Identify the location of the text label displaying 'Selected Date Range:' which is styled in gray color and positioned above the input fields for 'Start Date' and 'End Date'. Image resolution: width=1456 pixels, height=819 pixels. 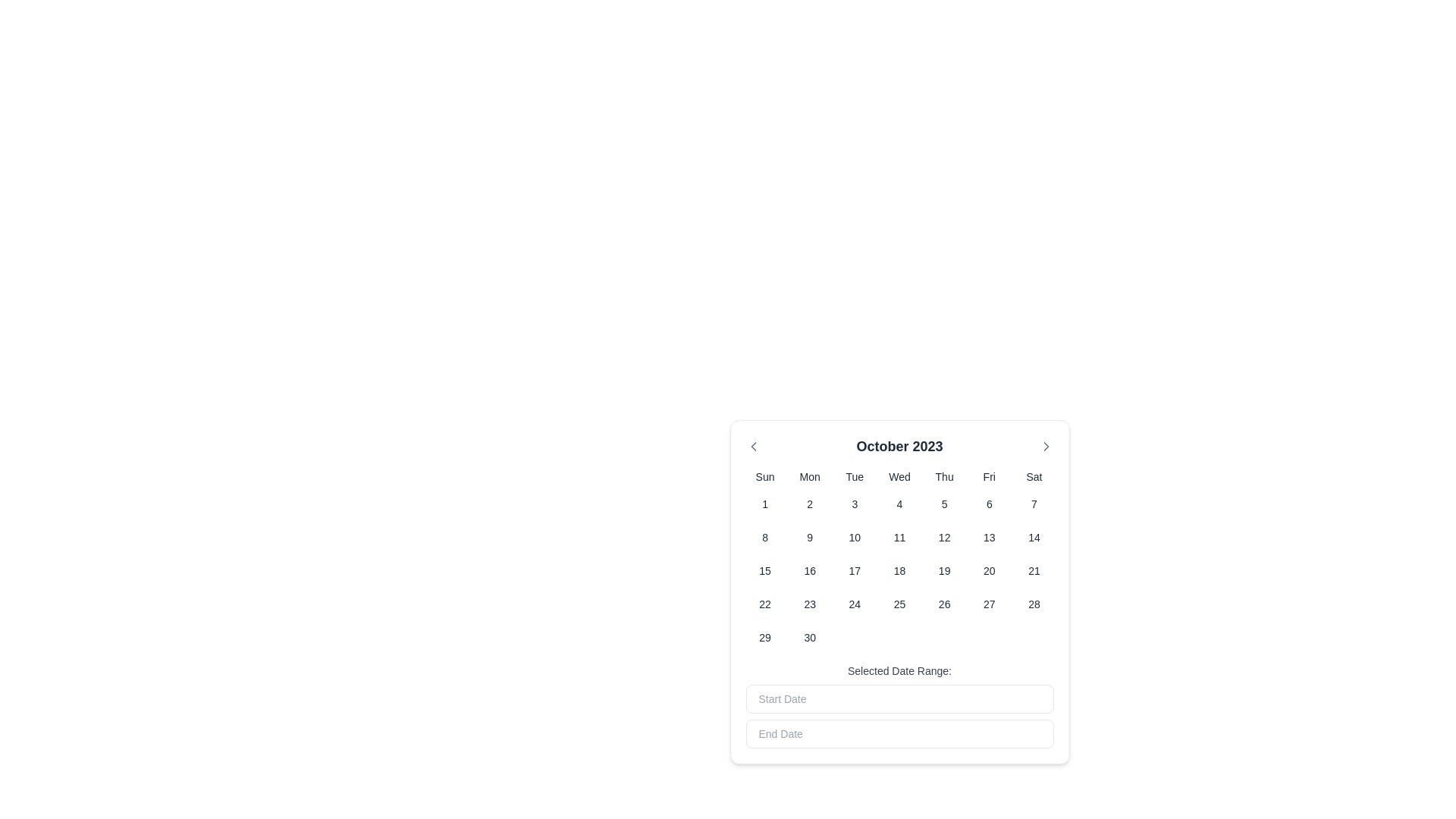
(899, 670).